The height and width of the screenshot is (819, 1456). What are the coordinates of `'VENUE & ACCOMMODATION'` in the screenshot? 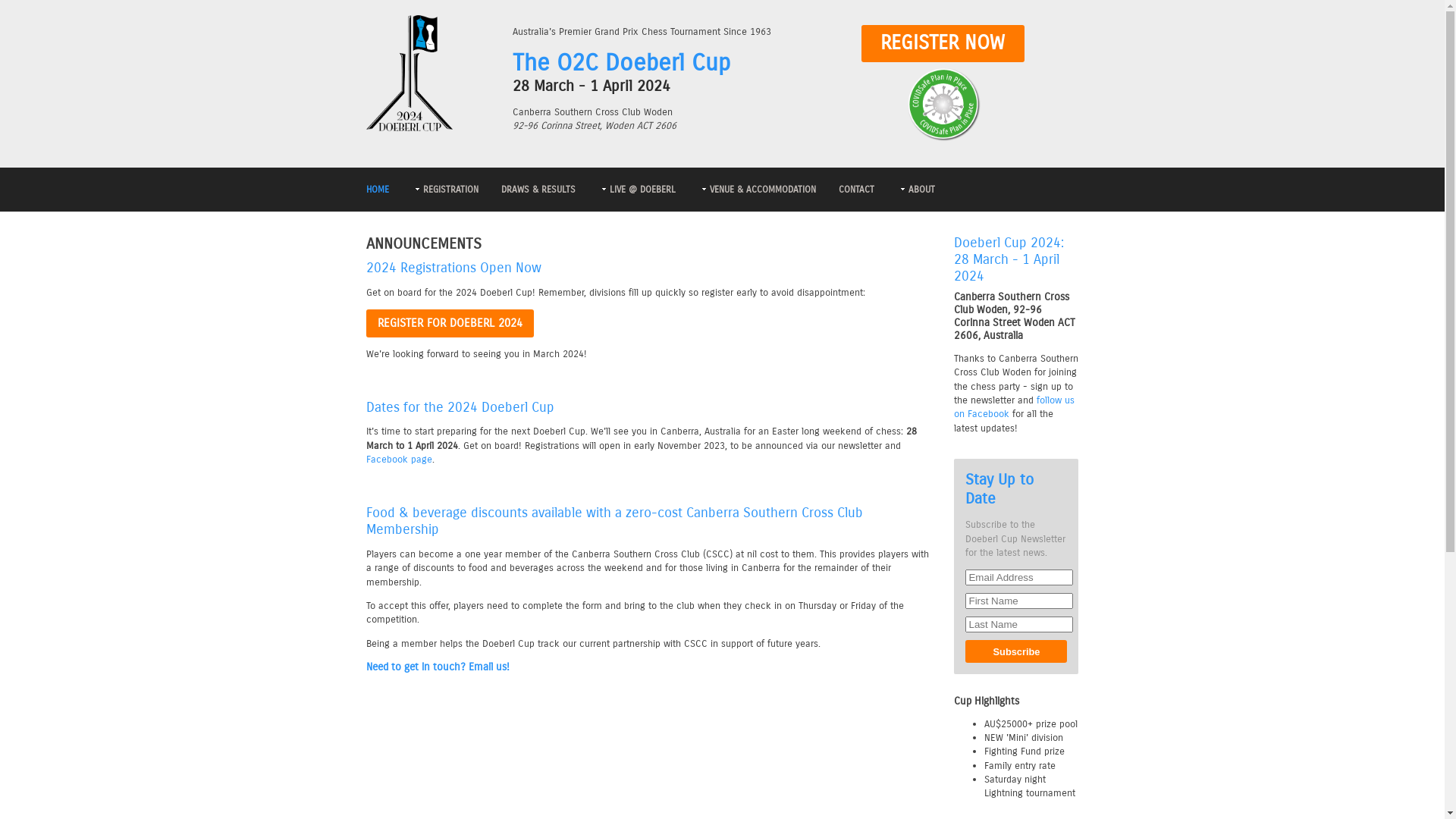 It's located at (756, 189).